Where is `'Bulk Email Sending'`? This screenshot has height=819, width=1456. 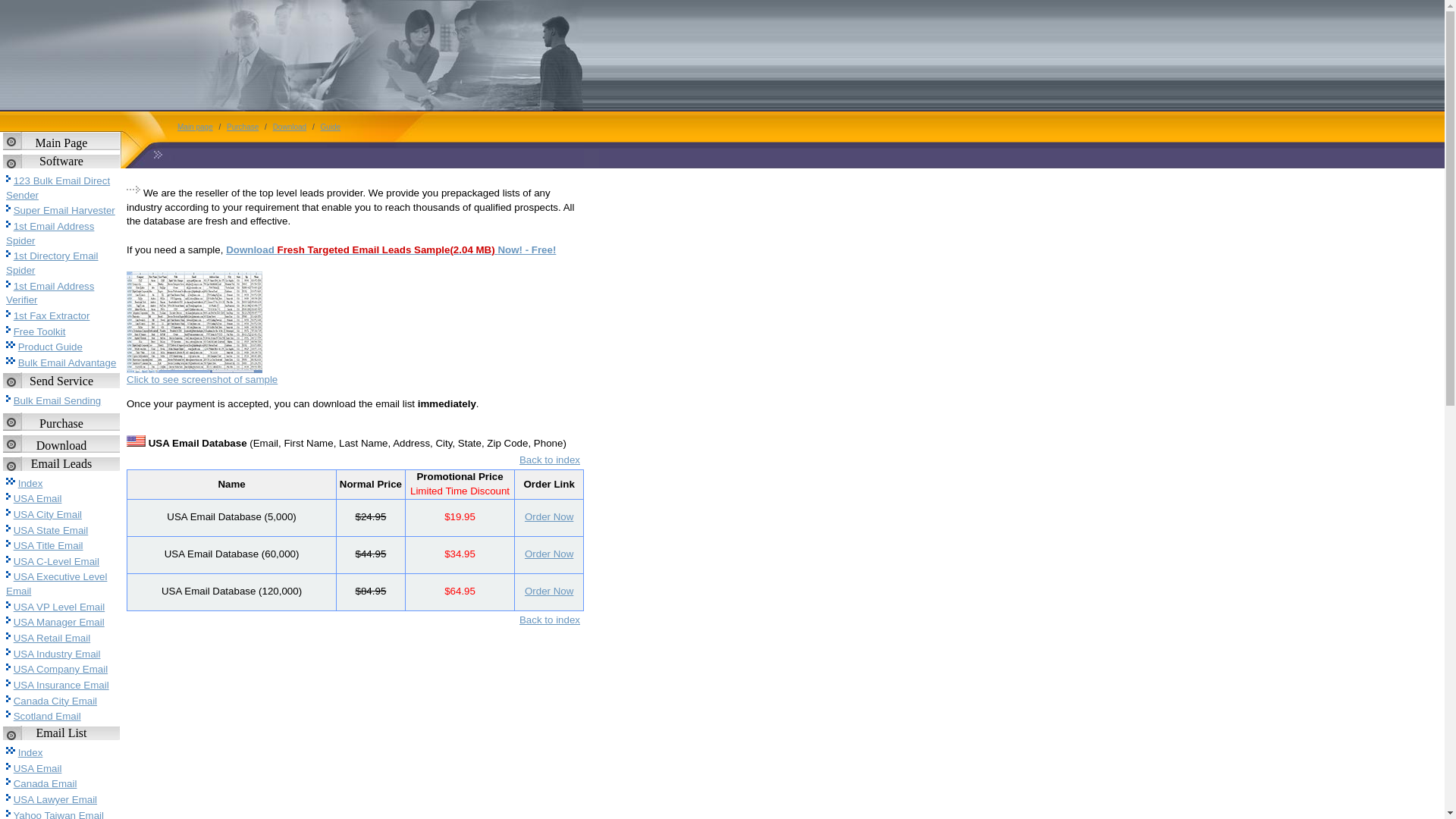 'Bulk Email Sending' is located at coordinates (14, 400).